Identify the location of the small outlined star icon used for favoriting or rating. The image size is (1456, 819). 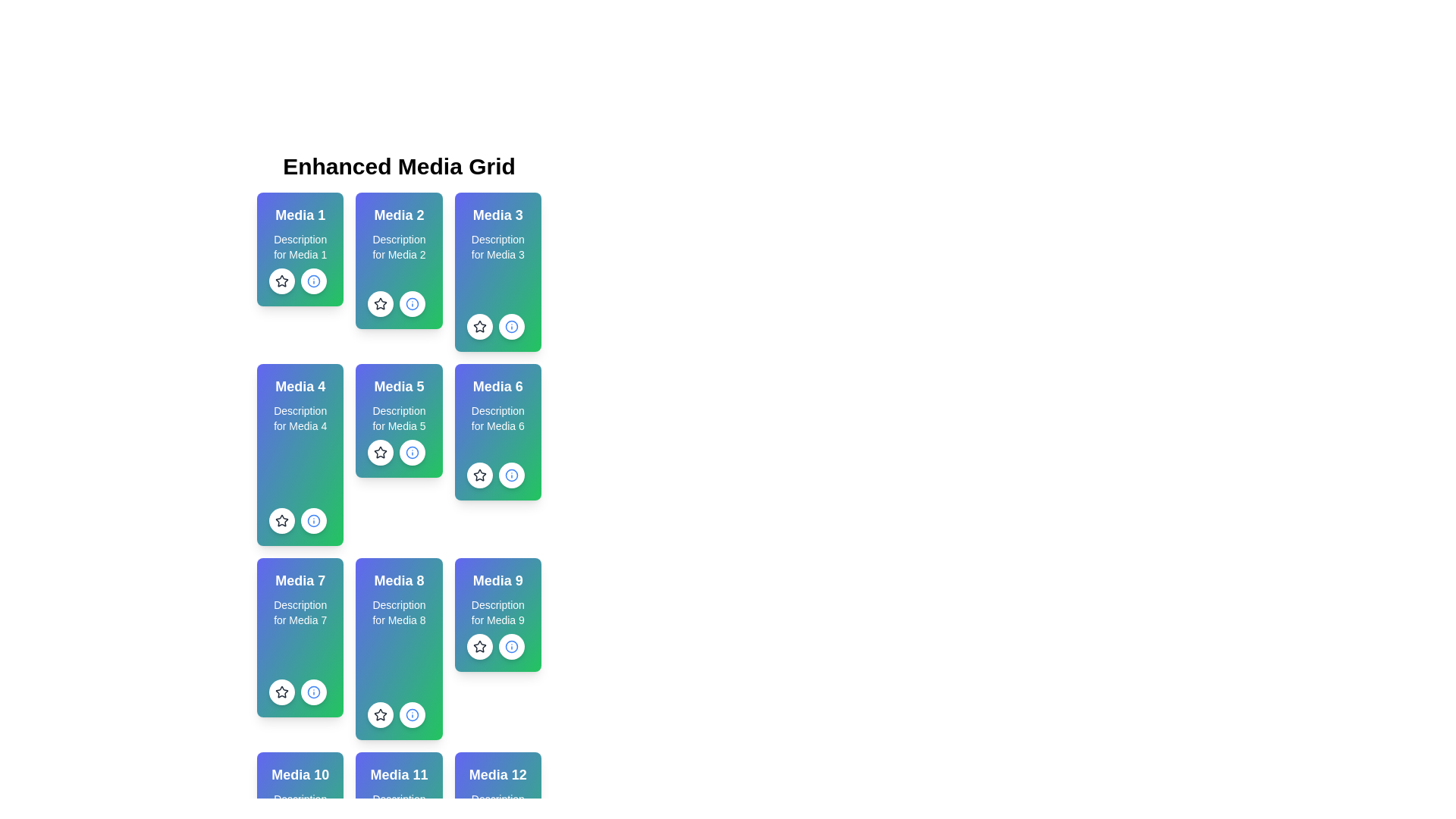
(479, 475).